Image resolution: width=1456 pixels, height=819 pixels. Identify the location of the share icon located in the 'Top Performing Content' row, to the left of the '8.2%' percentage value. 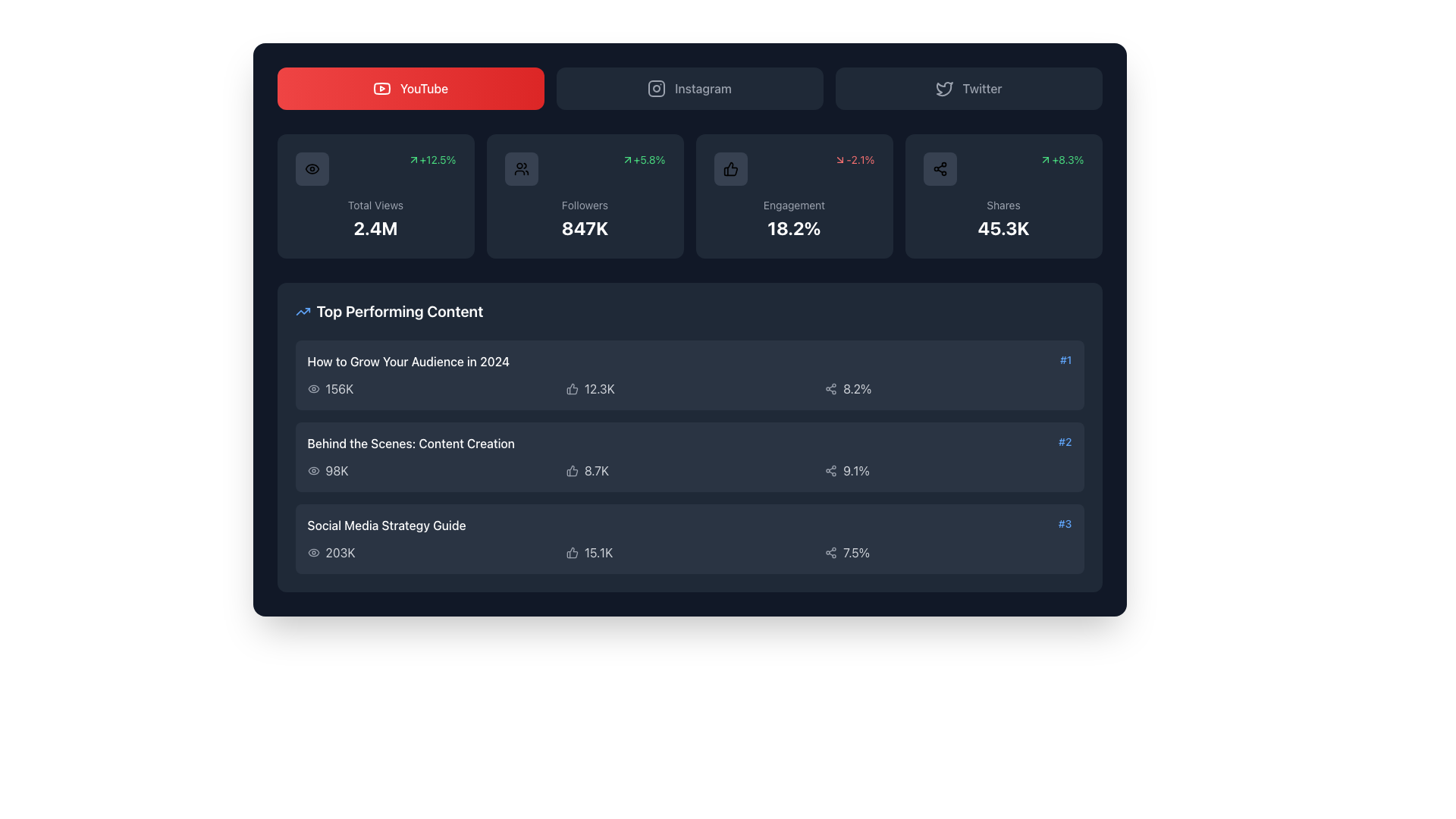
(830, 388).